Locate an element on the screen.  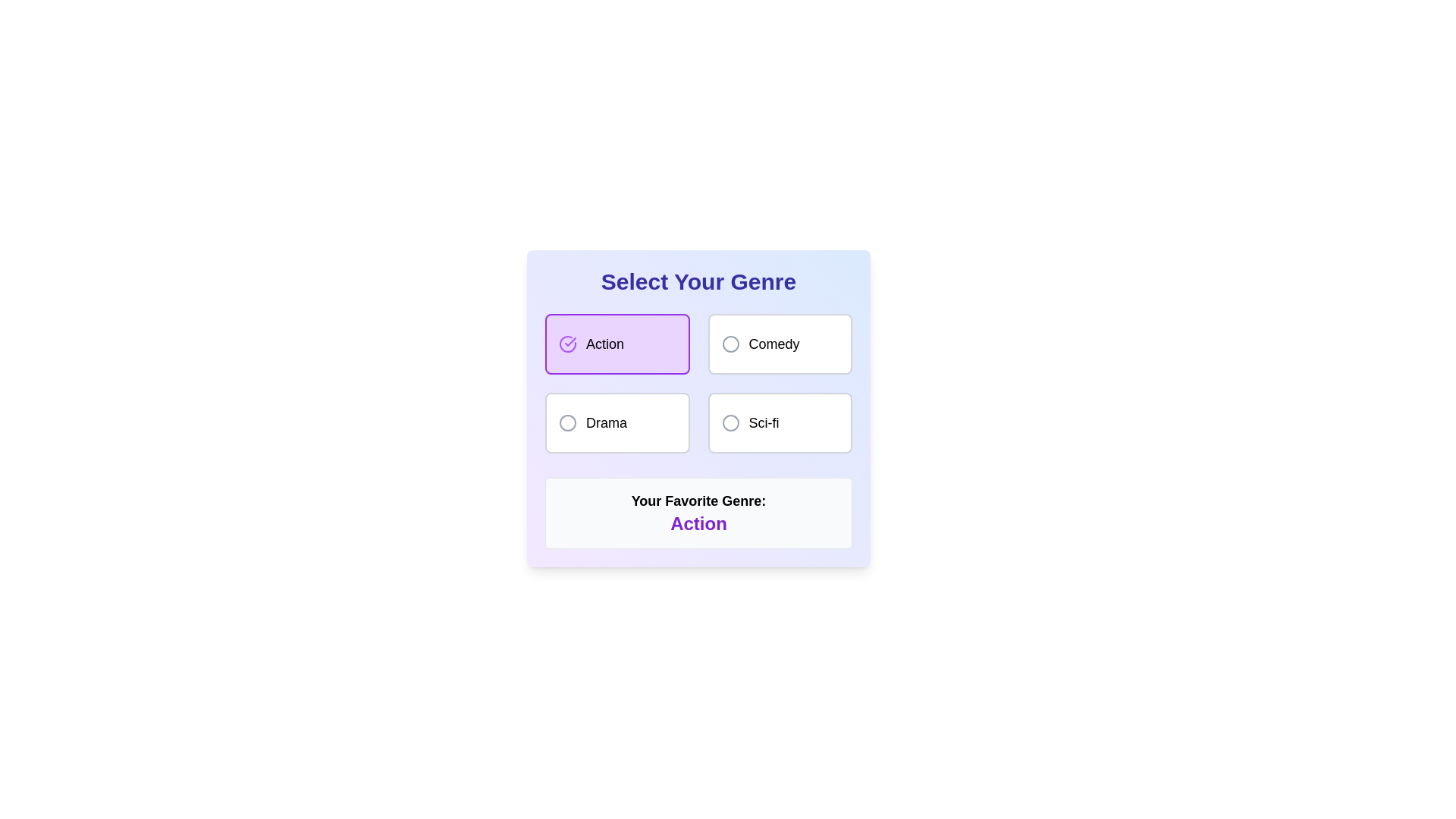
the 'Comedy' button, which is a rounded rectangular button with a white background and gray border, containing a circular icon on the left and bold text on the right is located at coordinates (780, 344).